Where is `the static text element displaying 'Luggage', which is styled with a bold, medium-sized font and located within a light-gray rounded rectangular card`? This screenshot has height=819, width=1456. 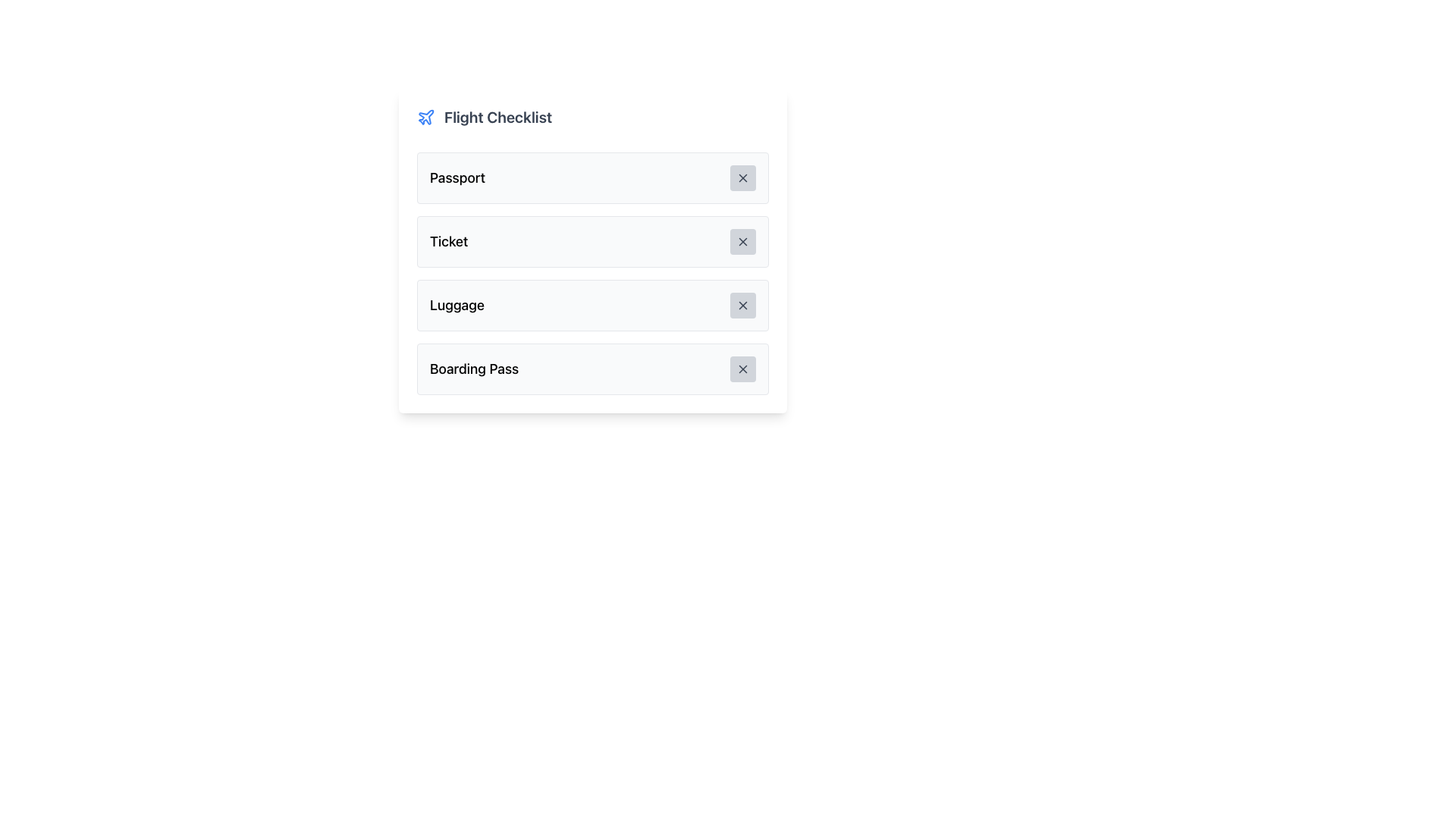
the static text element displaying 'Luggage', which is styled with a bold, medium-sized font and located within a light-gray rounded rectangular card is located at coordinates (456, 305).